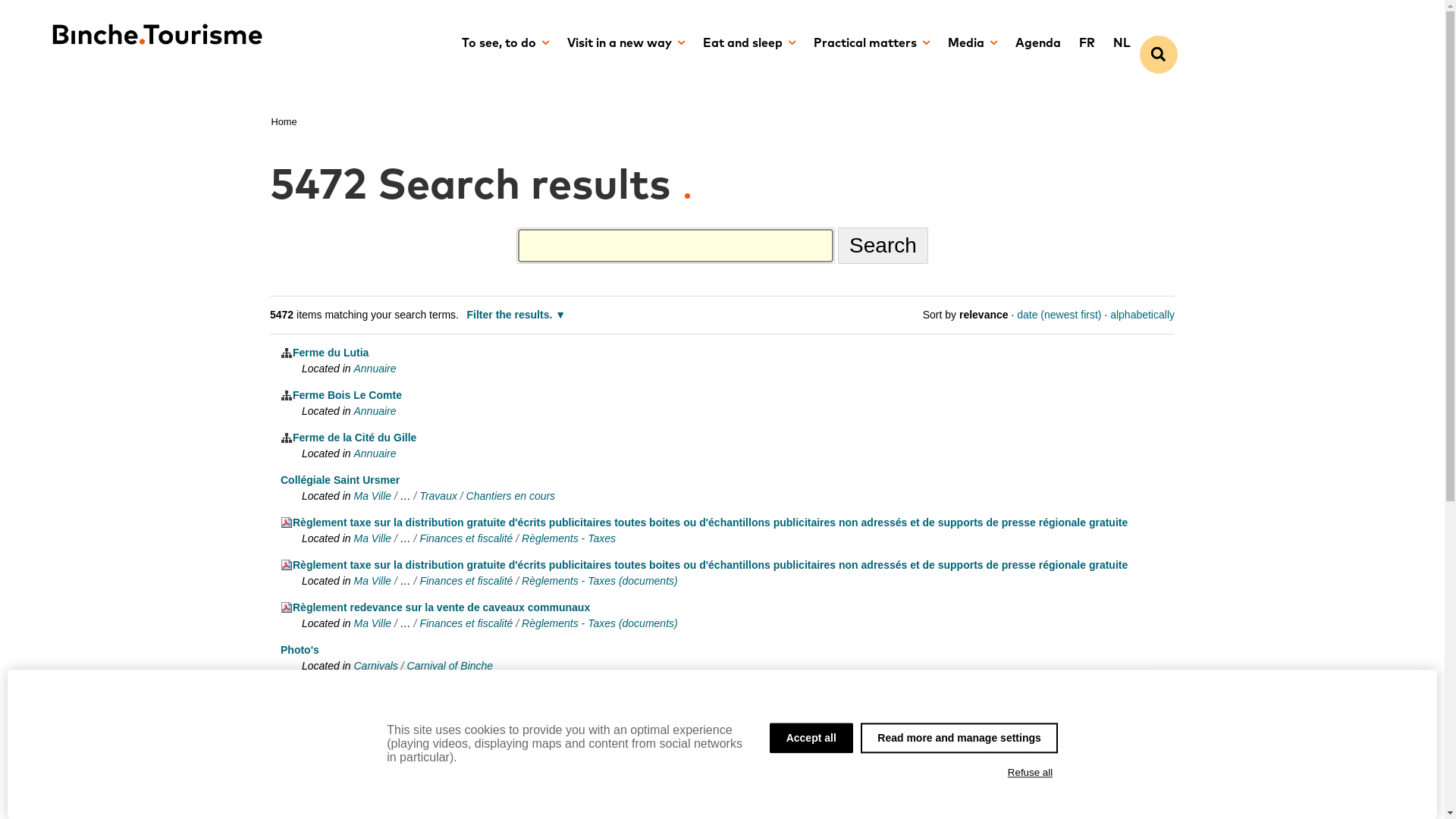 The image size is (1456, 819). What do you see at coordinates (375, 665) in the screenshot?
I see `'Carnivals'` at bounding box center [375, 665].